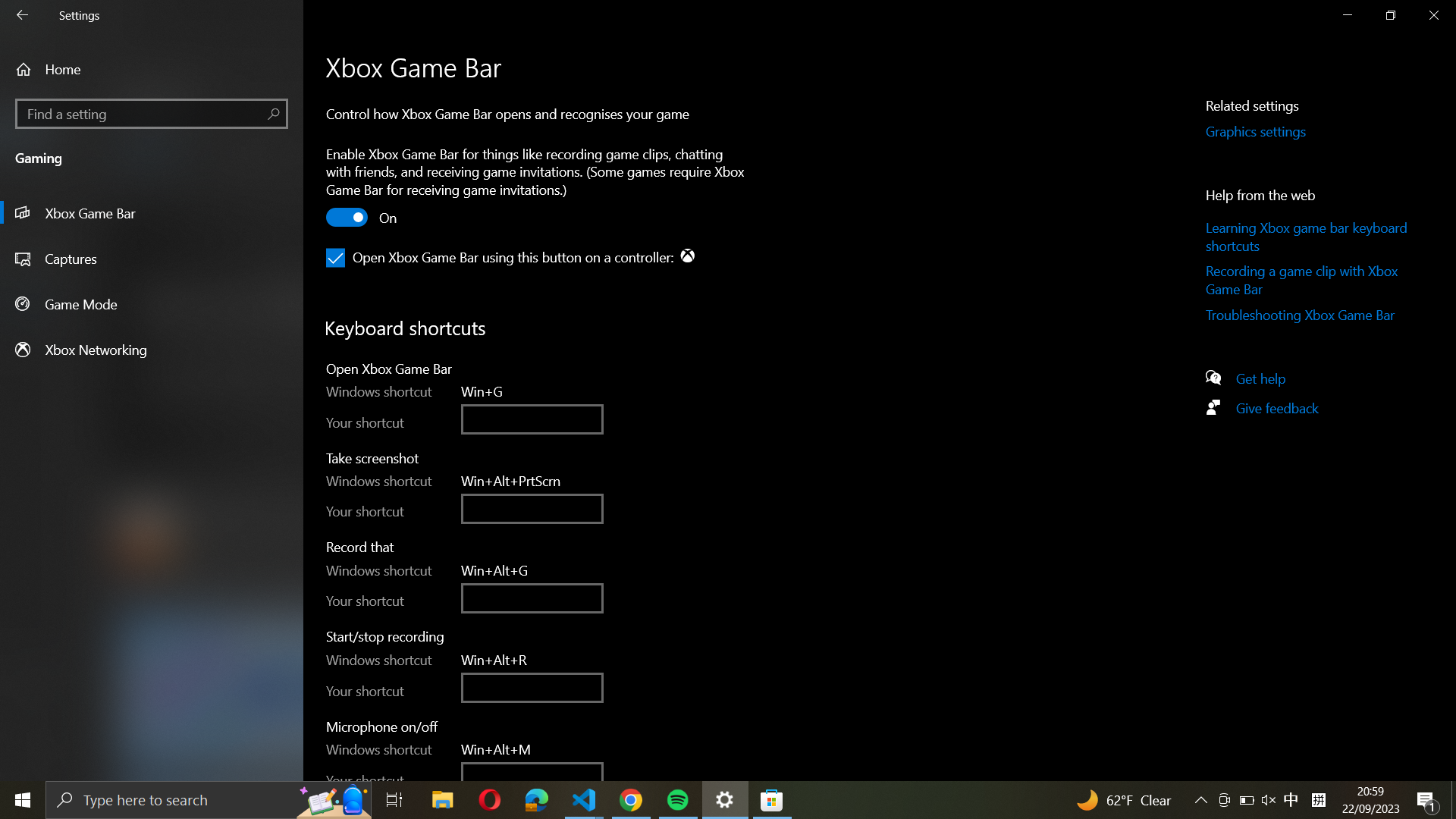 Image resolution: width=1456 pixels, height=819 pixels. Describe the element at coordinates (152, 349) in the screenshot. I see `the Networking settings of Xbox` at that location.